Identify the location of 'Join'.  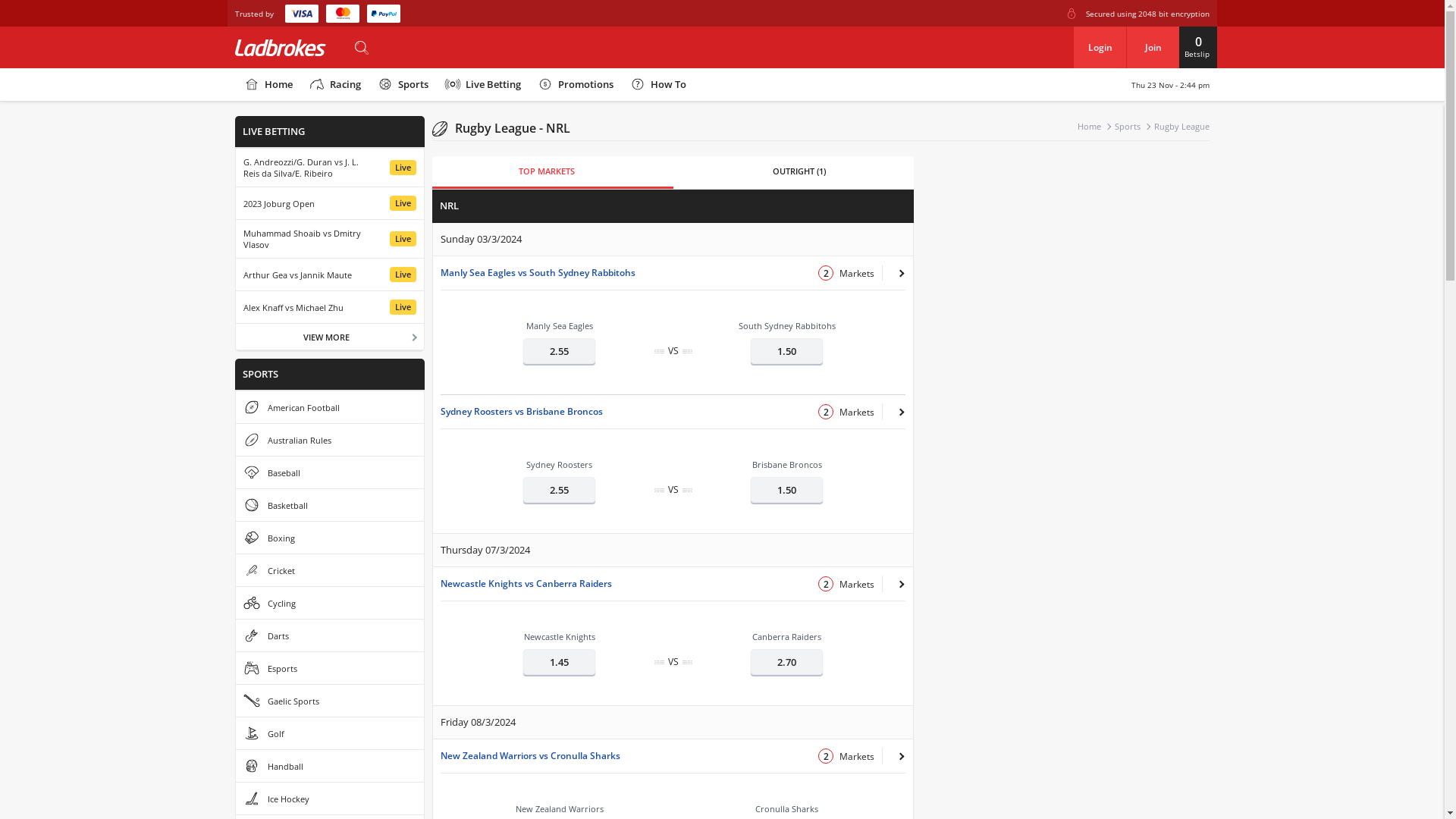
(1153, 46).